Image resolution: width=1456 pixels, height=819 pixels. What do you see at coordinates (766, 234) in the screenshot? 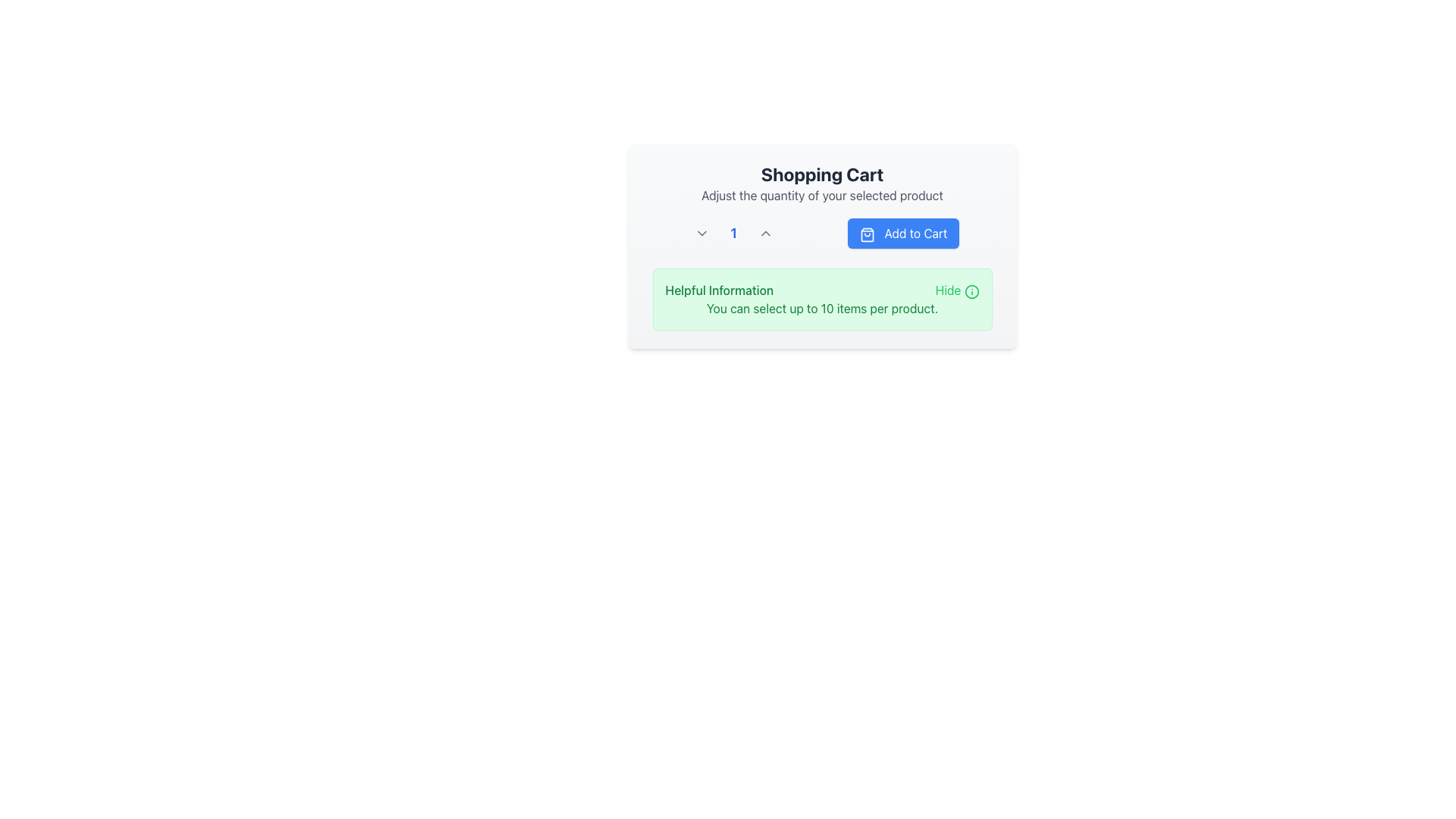
I see `the increment button located to the right of the quantity display to increase the quantity of the selected product` at bounding box center [766, 234].